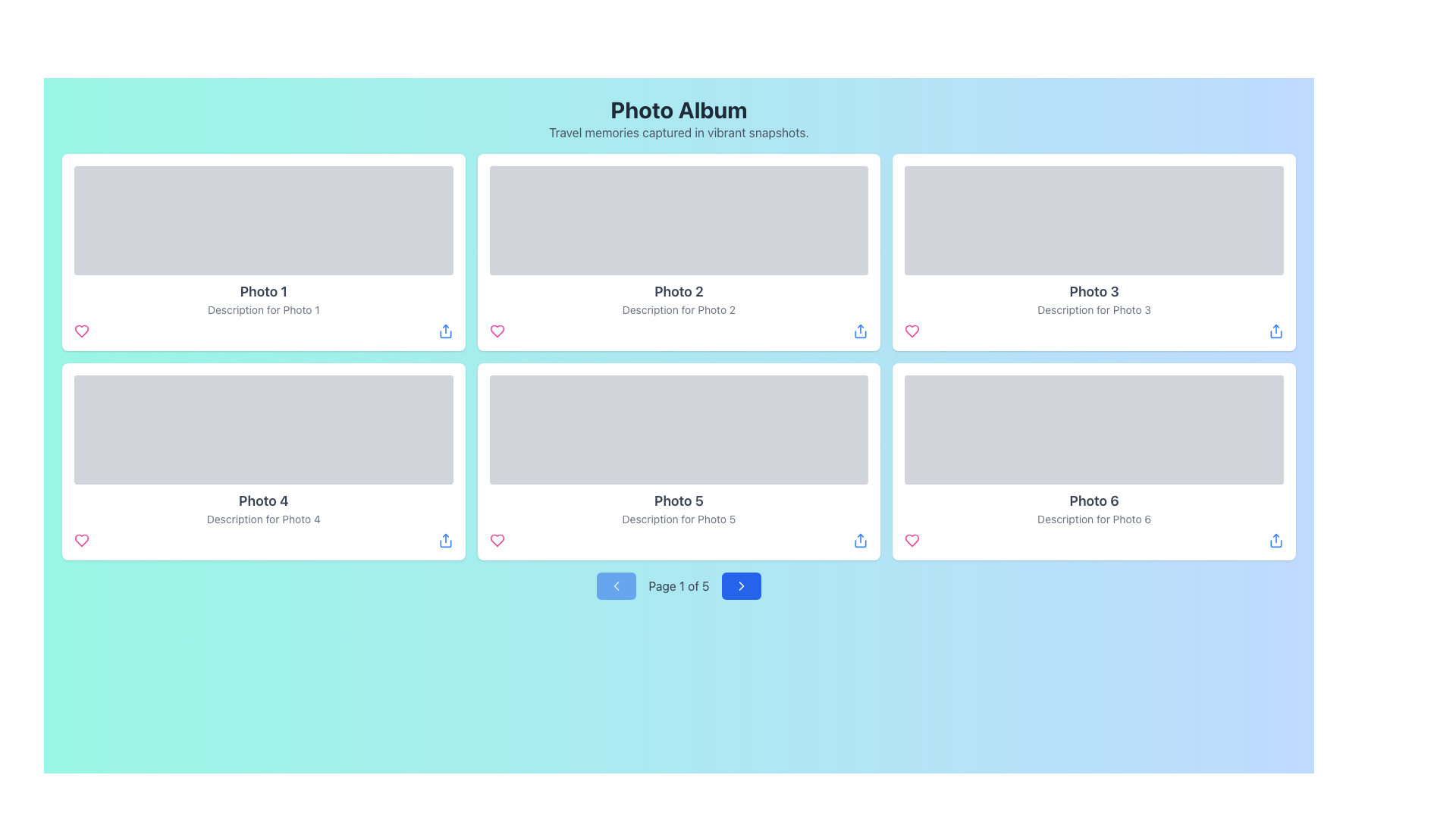 This screenshot has width=1456, height=819. I want to click on the header text block that provides context for the gallery of photos, located at the top center of the layout, so click(678, 118).